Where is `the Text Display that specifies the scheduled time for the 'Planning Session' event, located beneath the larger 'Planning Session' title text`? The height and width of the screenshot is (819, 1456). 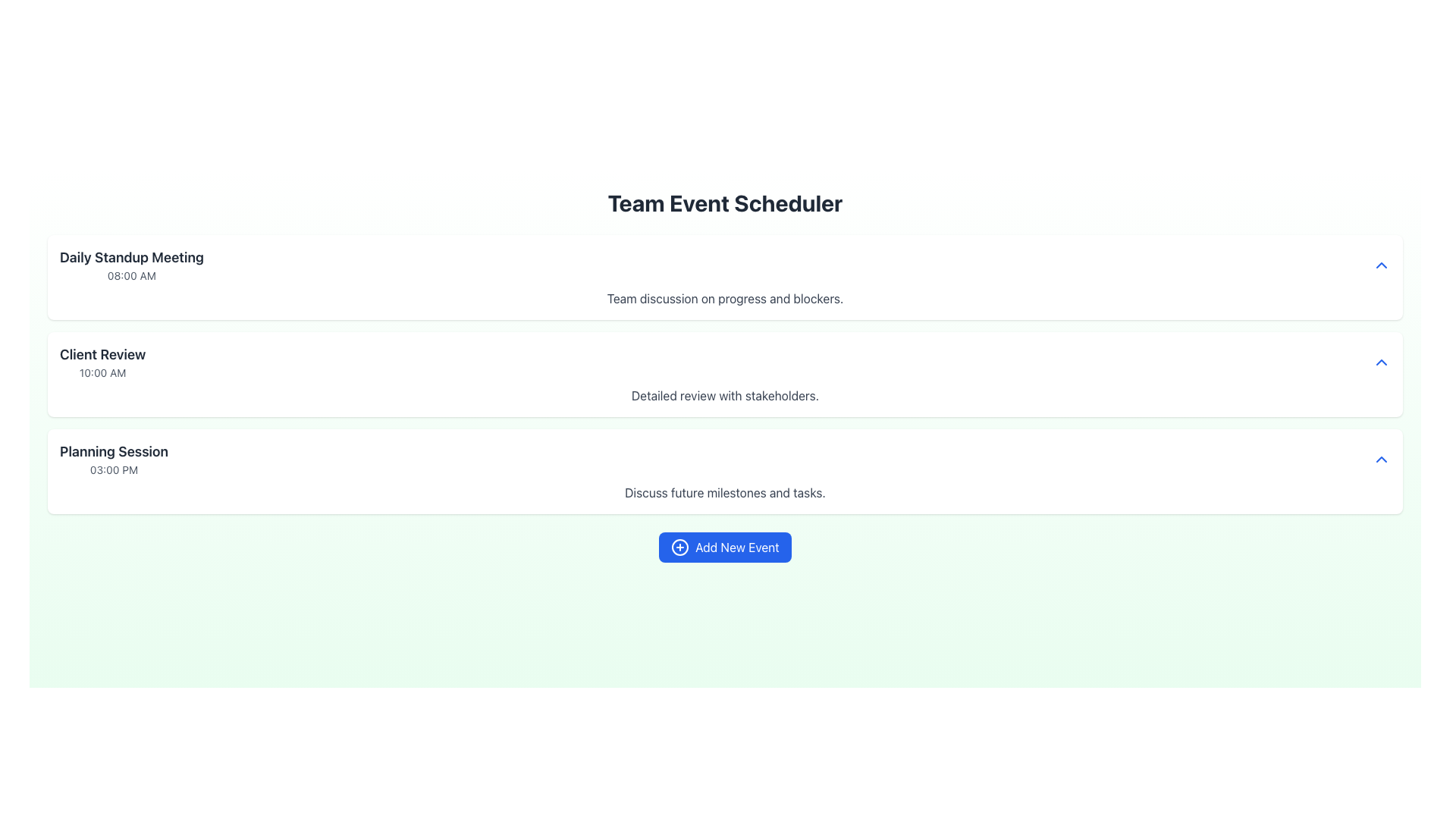 the Text Display that specifies the scheduled time for the 'Planning Session' event, located beneath the larger 'Planning Session' title text is located at coordinates (113, 469).